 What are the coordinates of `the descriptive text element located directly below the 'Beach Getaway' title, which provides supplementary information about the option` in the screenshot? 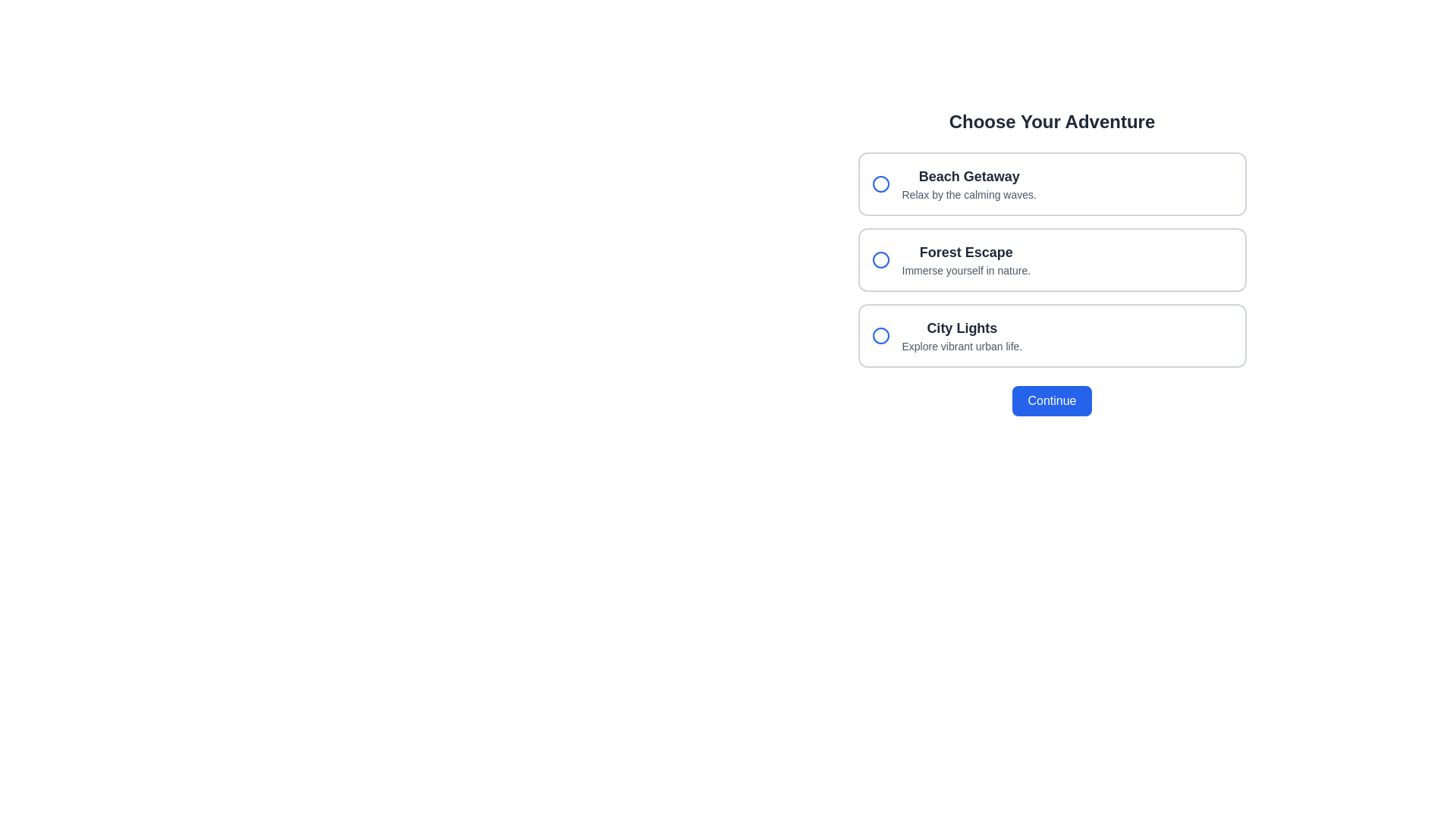 It's located at (968, 194).